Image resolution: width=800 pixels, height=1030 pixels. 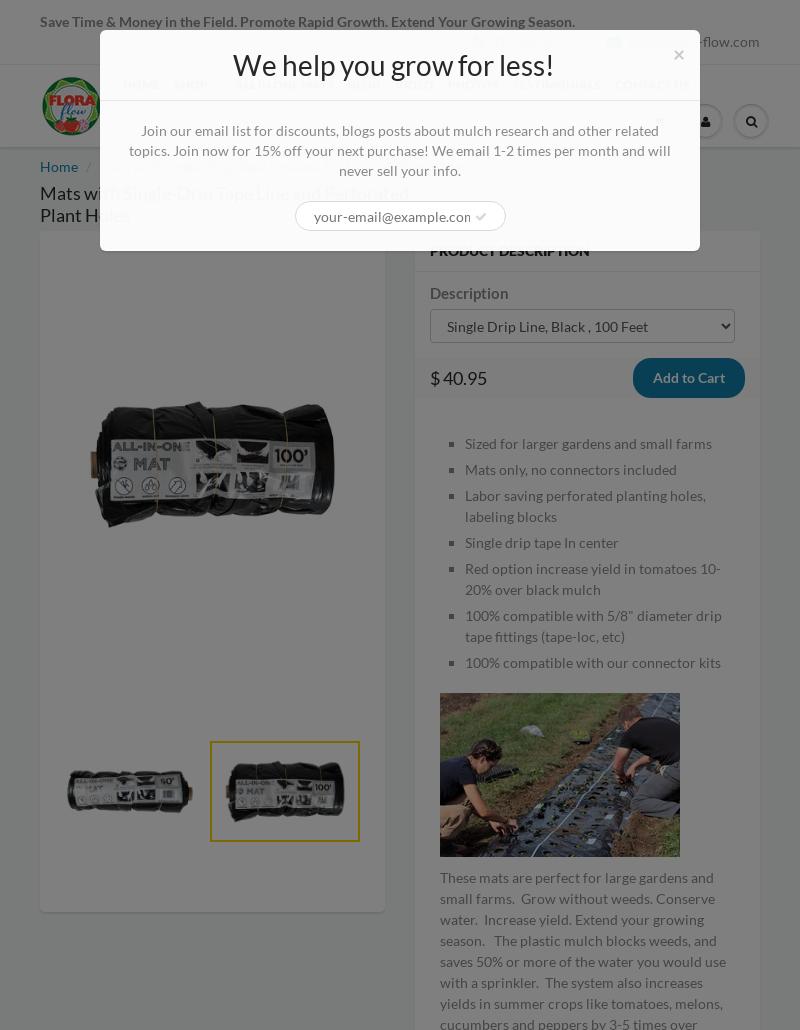 I want to click on 'Product Description', so click(x=508, y=250).